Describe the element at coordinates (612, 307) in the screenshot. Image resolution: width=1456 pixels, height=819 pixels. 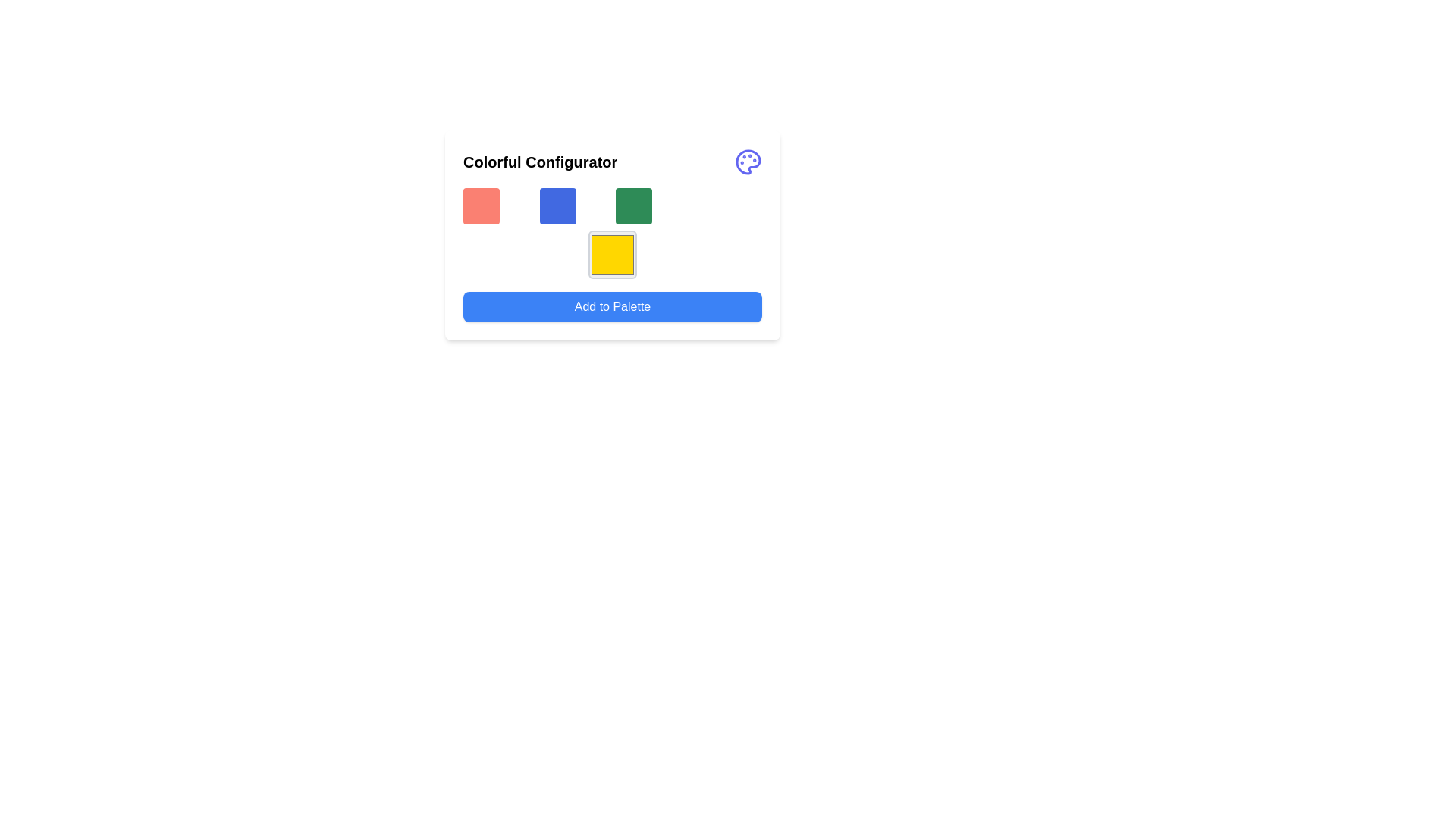
I see `the 'Add to Palette' button, which is a rectangular button with white text on a blue background, located at the bottom of the 'Colorful Configurator' card` at that location.